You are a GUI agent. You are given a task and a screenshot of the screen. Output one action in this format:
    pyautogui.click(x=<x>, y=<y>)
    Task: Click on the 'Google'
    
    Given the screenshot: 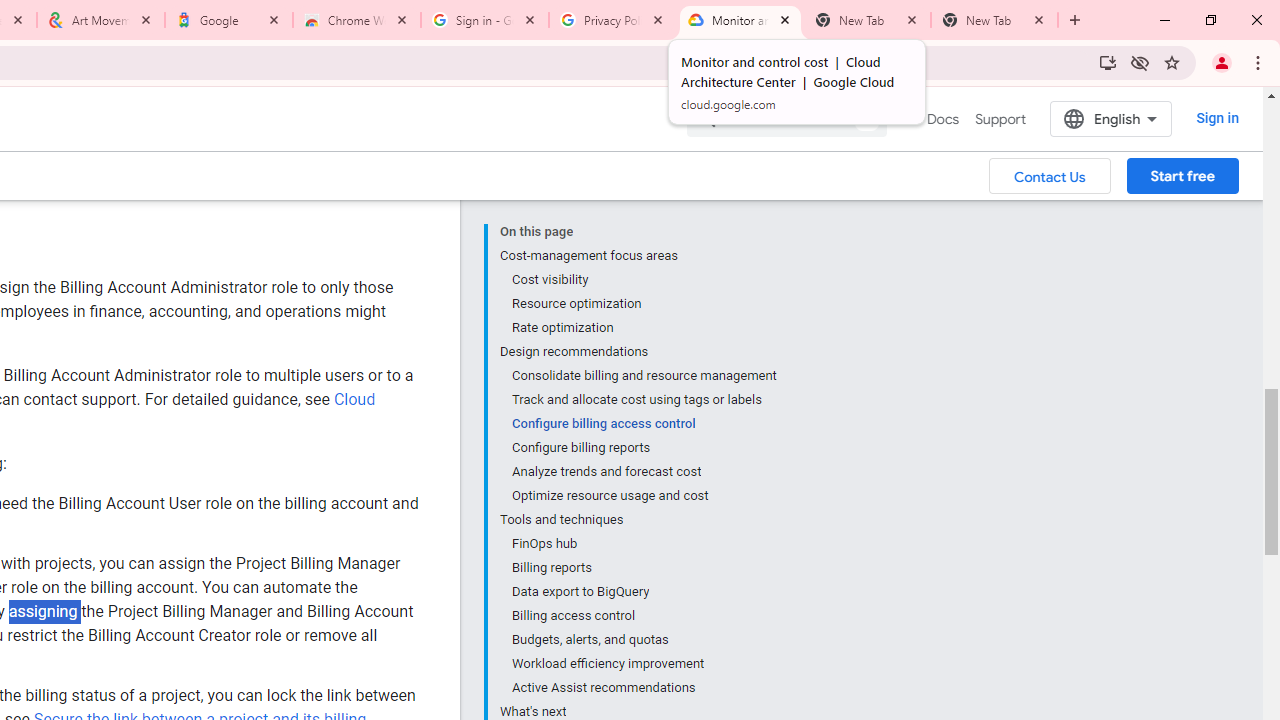 What is the action you would take?
    pyautogui.click(x=229, y=20)
    